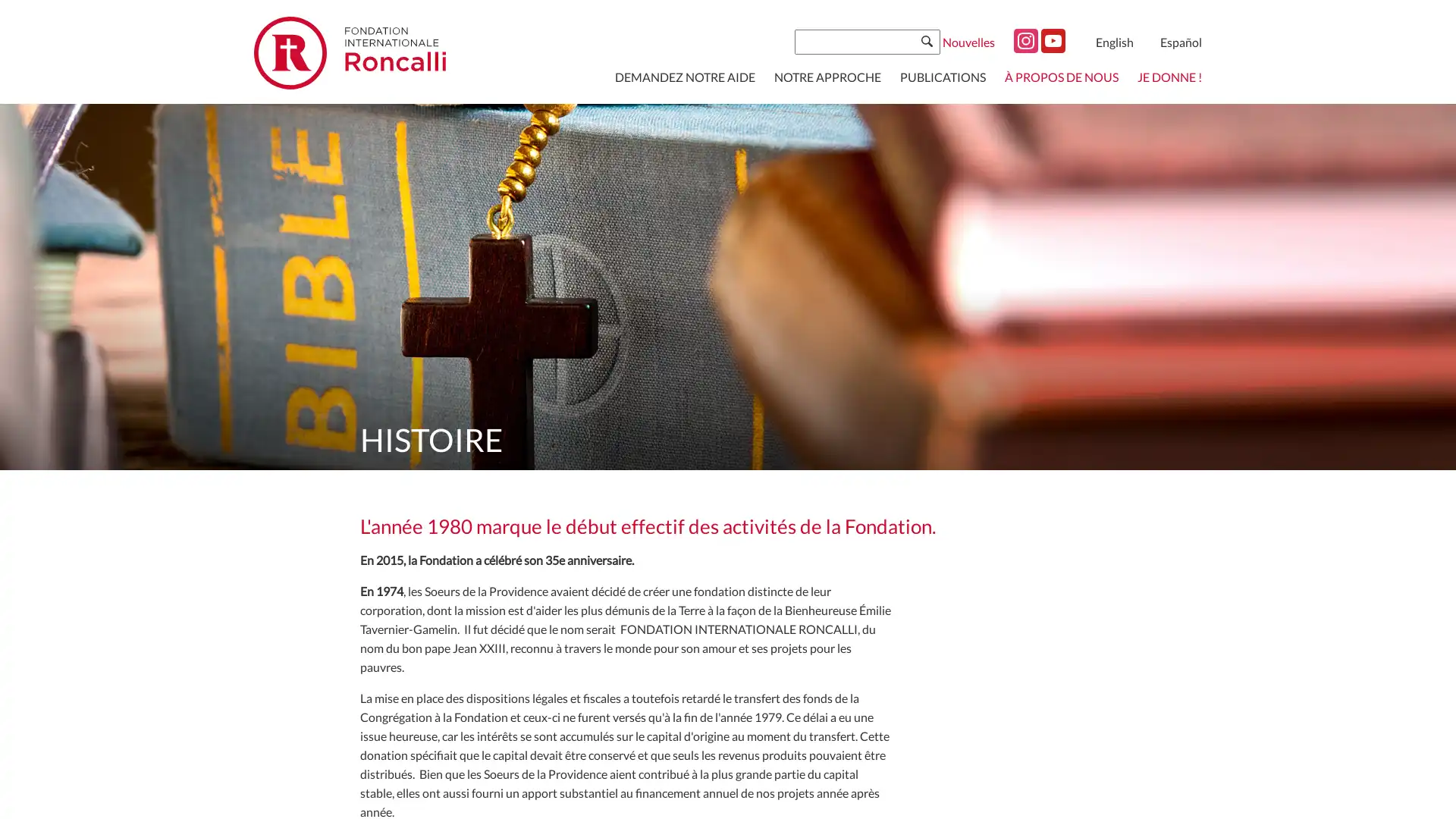 This screenshot has height=819, width=1456. I want to click on Chercher, so click(926, 40).